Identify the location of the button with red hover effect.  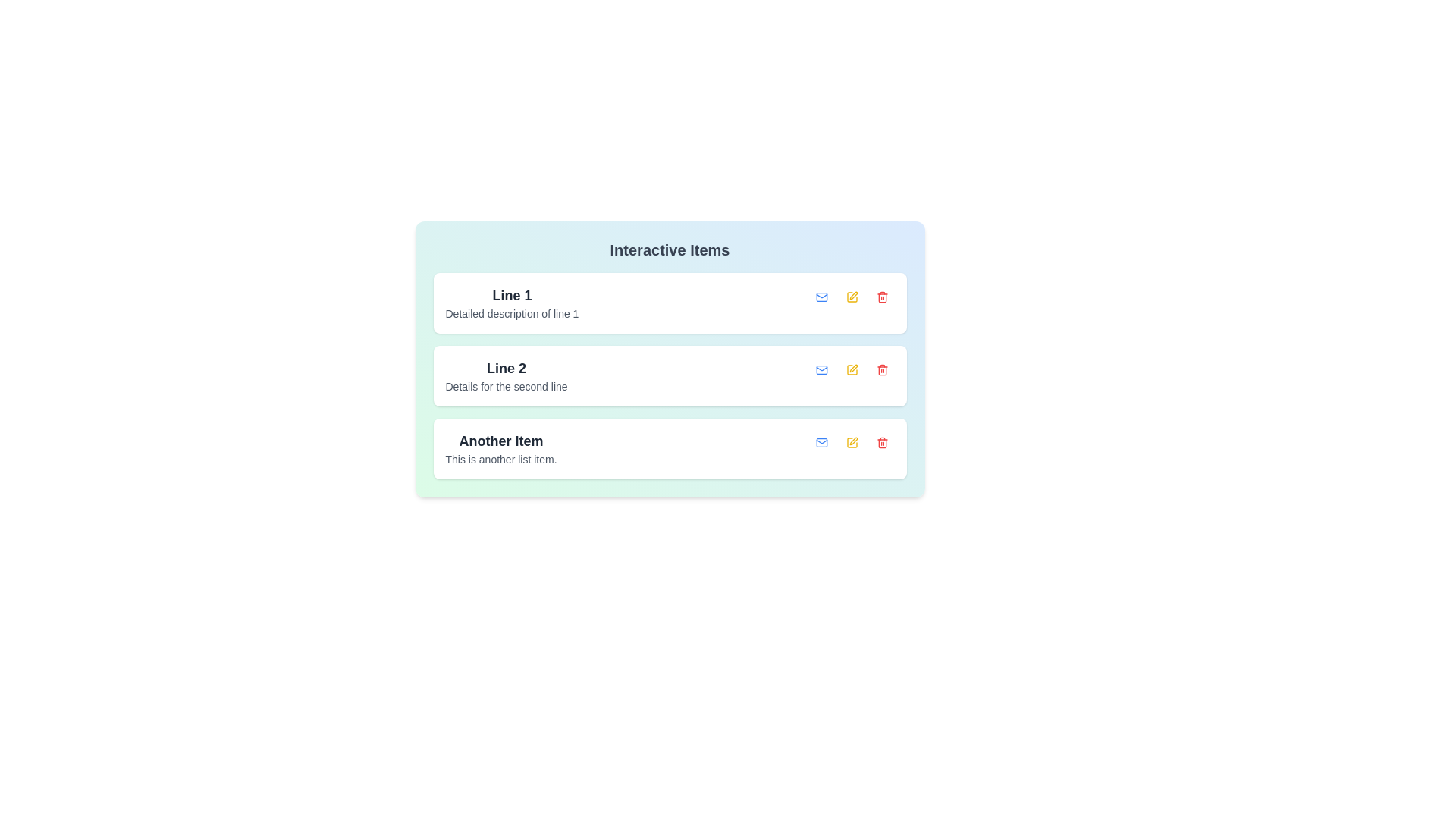
(882, 297).